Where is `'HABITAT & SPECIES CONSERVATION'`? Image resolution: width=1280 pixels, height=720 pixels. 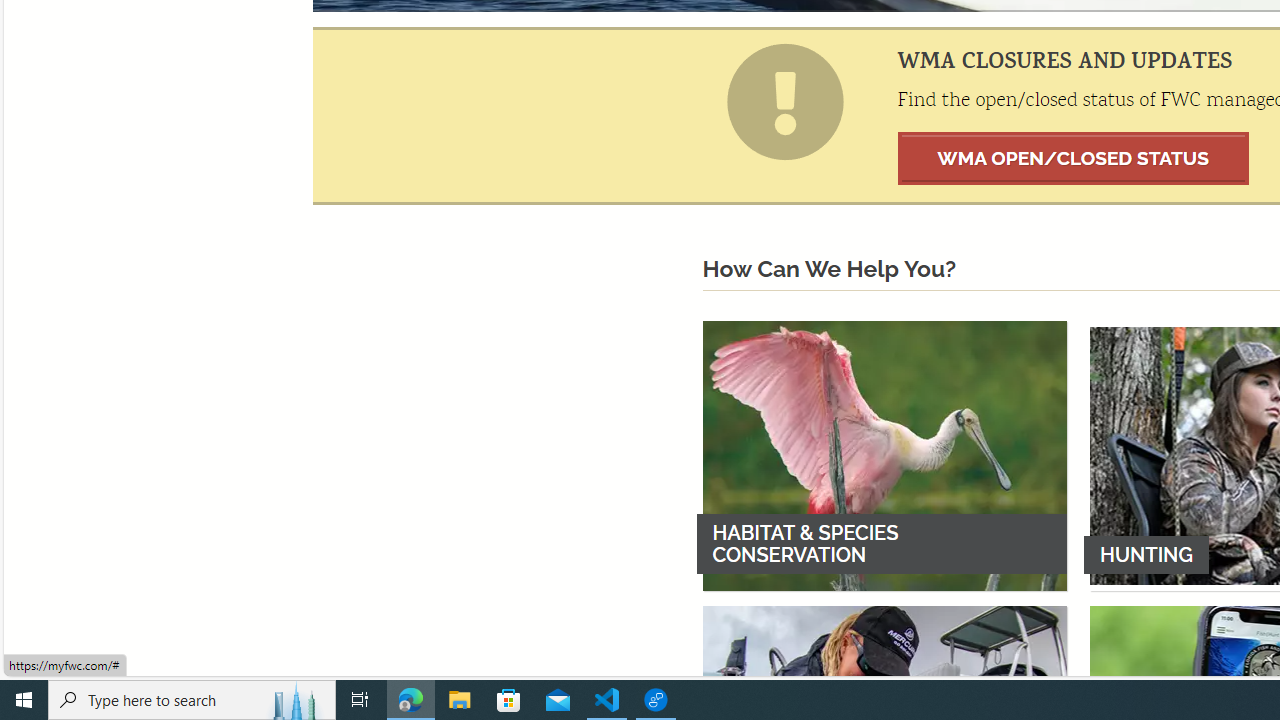 'HABITAT & SPECIES CONSERVATION' is located at coordinates (883, 455).